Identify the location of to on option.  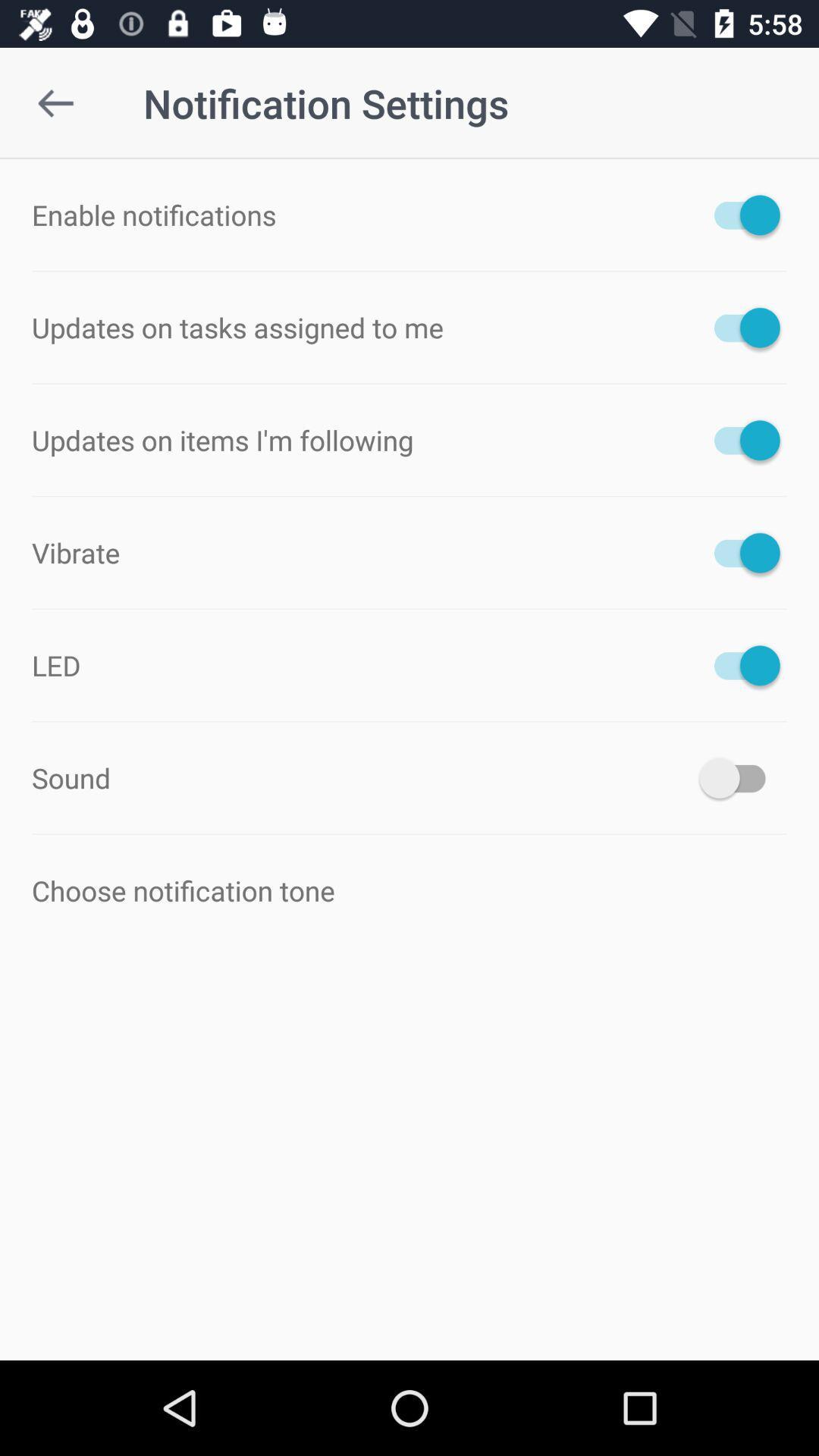
(739, 327).